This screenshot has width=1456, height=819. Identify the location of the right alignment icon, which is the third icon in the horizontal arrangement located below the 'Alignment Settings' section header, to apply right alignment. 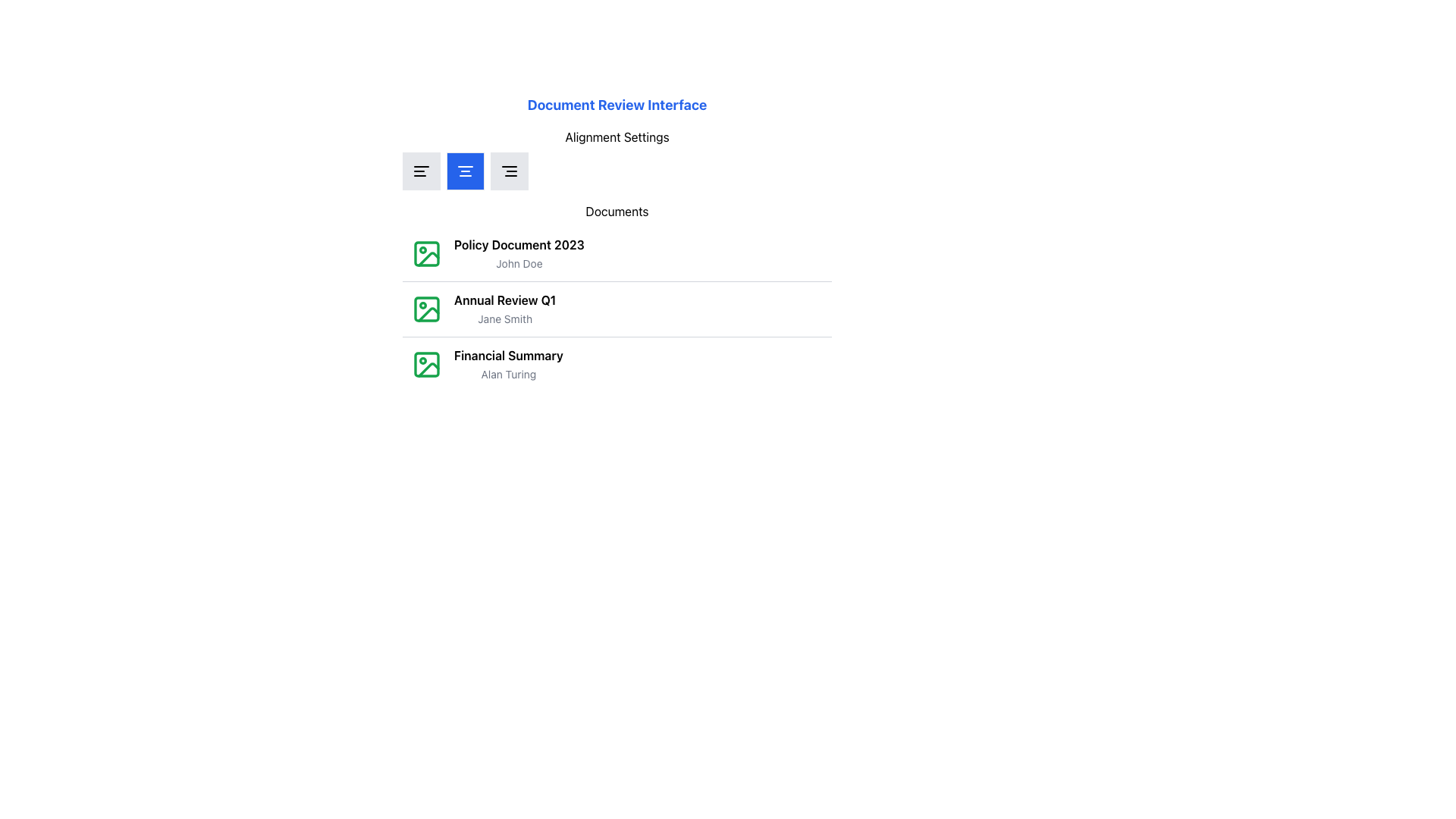
(510, 171).